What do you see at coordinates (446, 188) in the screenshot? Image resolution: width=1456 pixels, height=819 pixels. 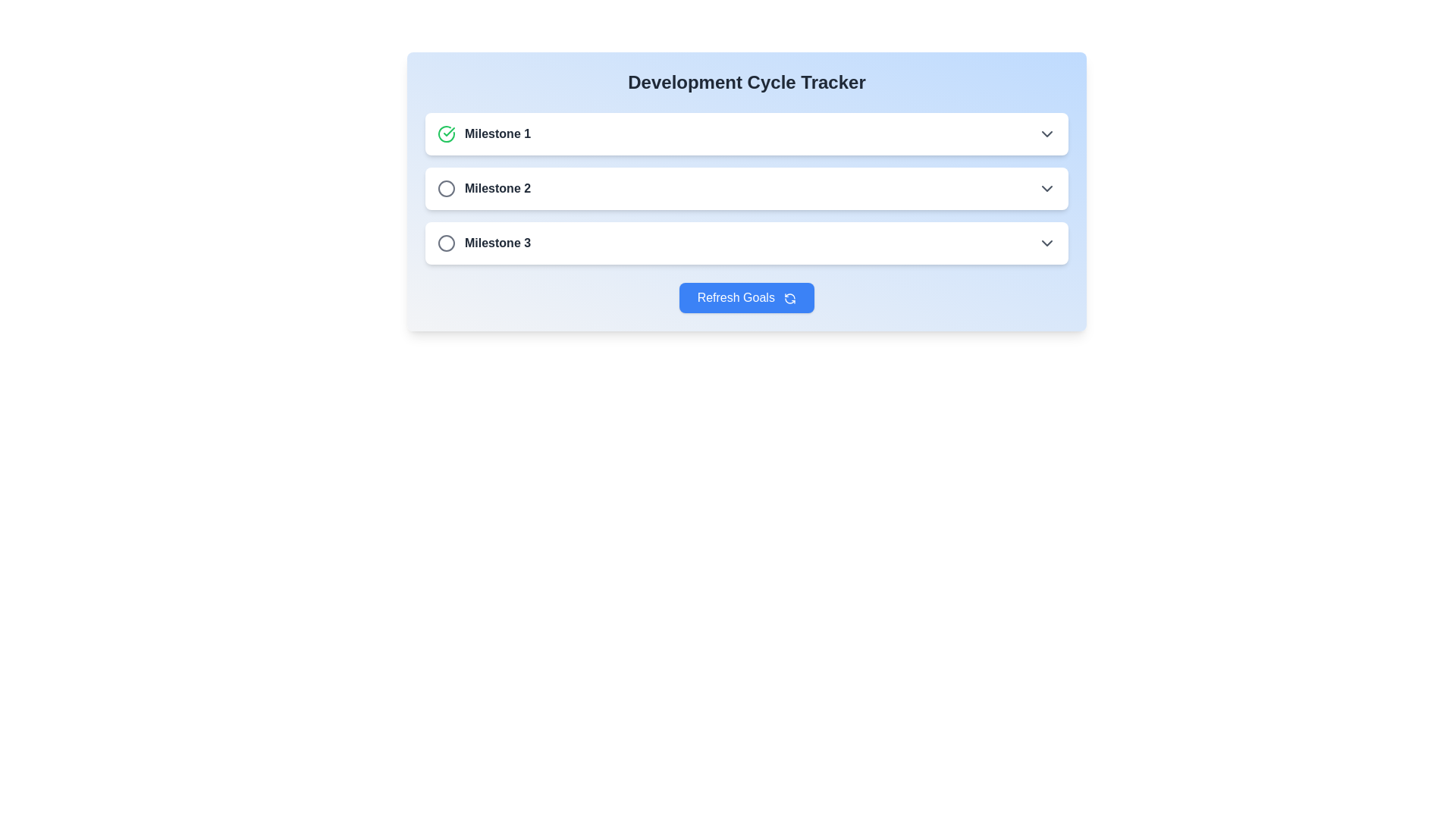 I see `the circular icon with a red border and a white interior located next to the text 'Milestone 2'` at bounding box center [446, 188].